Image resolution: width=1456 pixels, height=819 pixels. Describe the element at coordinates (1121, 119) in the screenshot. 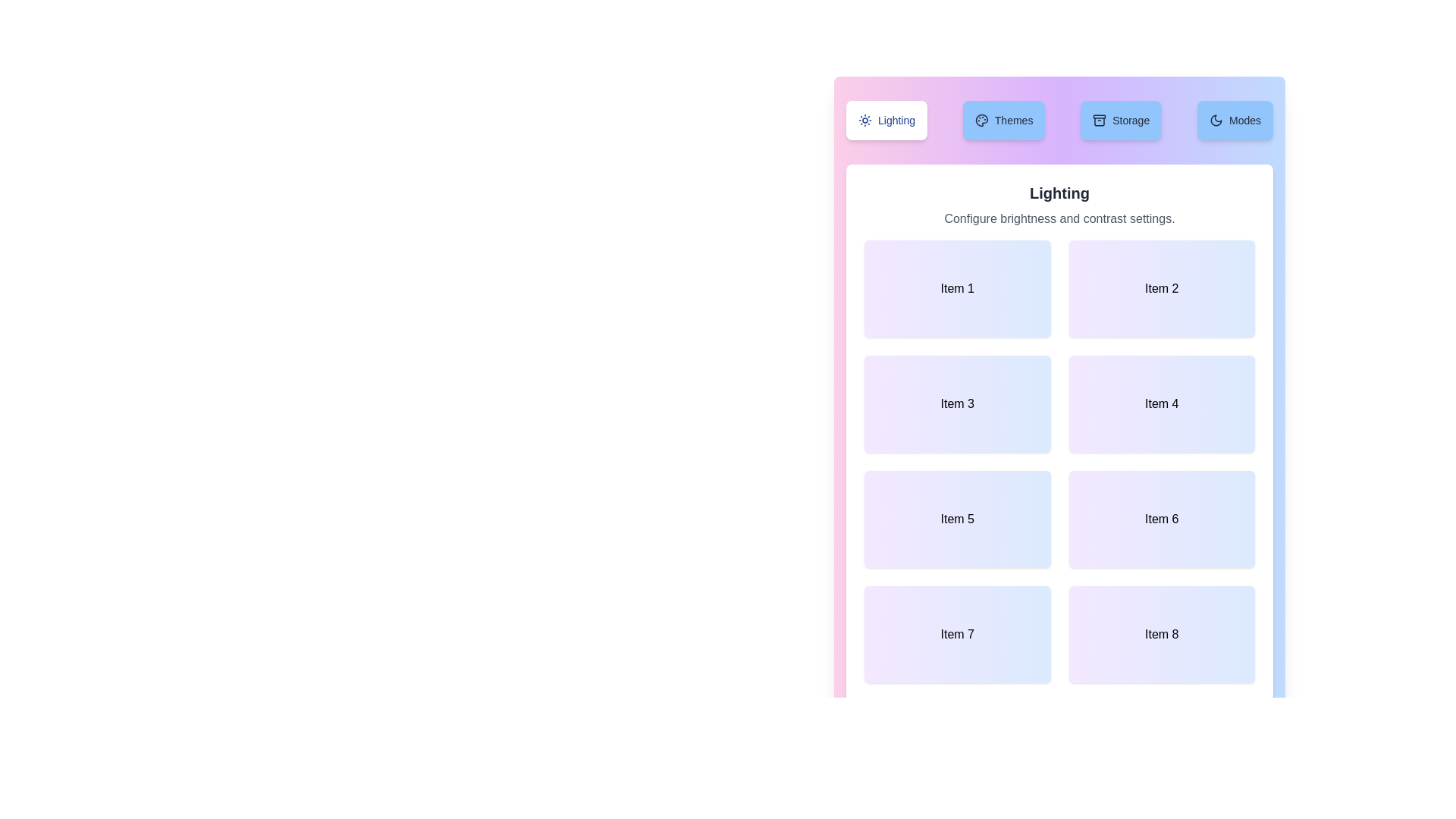

I see `the tab labeled Storage` at that location.